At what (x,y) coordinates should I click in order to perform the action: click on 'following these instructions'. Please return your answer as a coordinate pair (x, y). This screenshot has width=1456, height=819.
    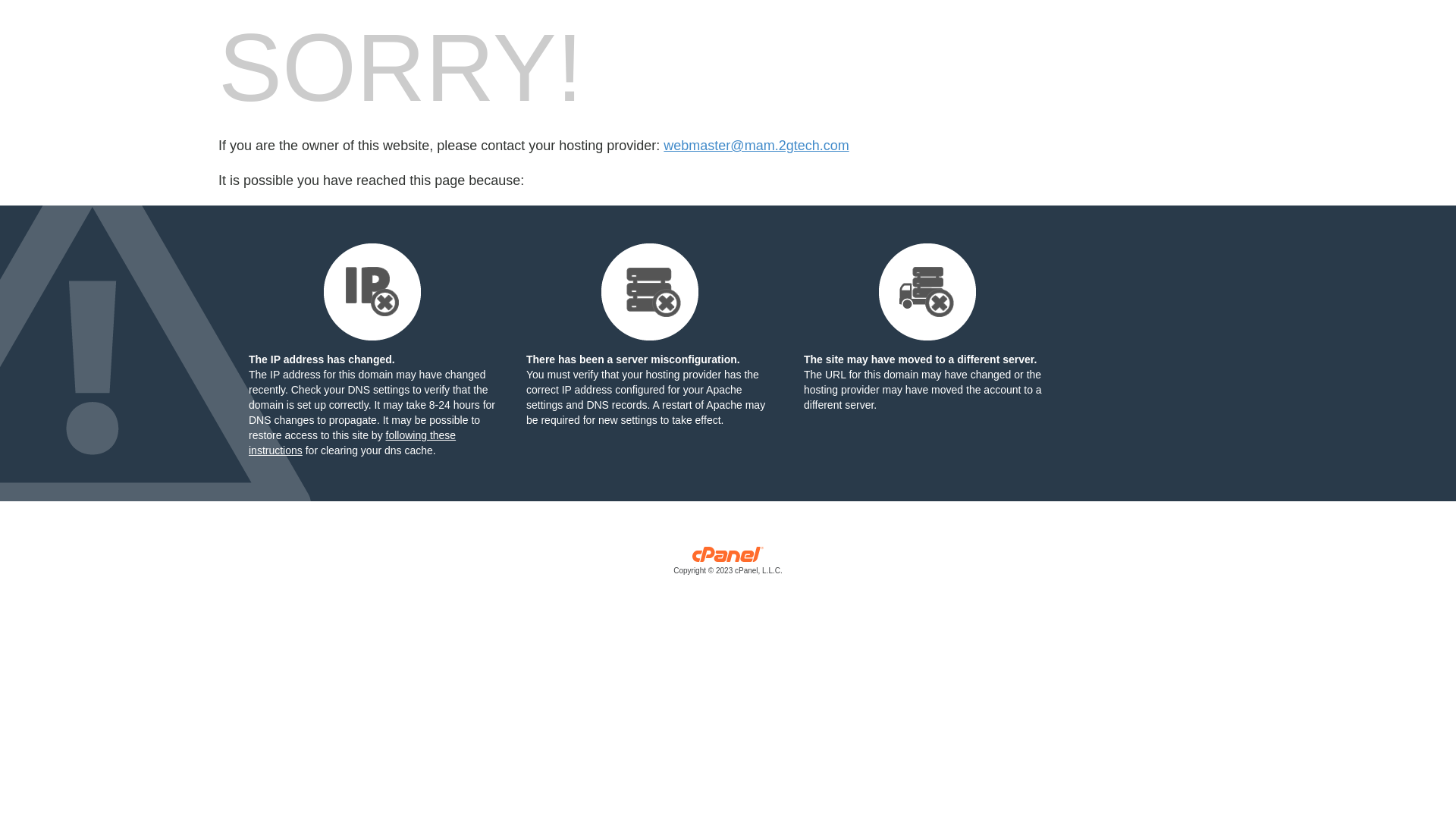
    Looking at the image, I should click on (351, 442).